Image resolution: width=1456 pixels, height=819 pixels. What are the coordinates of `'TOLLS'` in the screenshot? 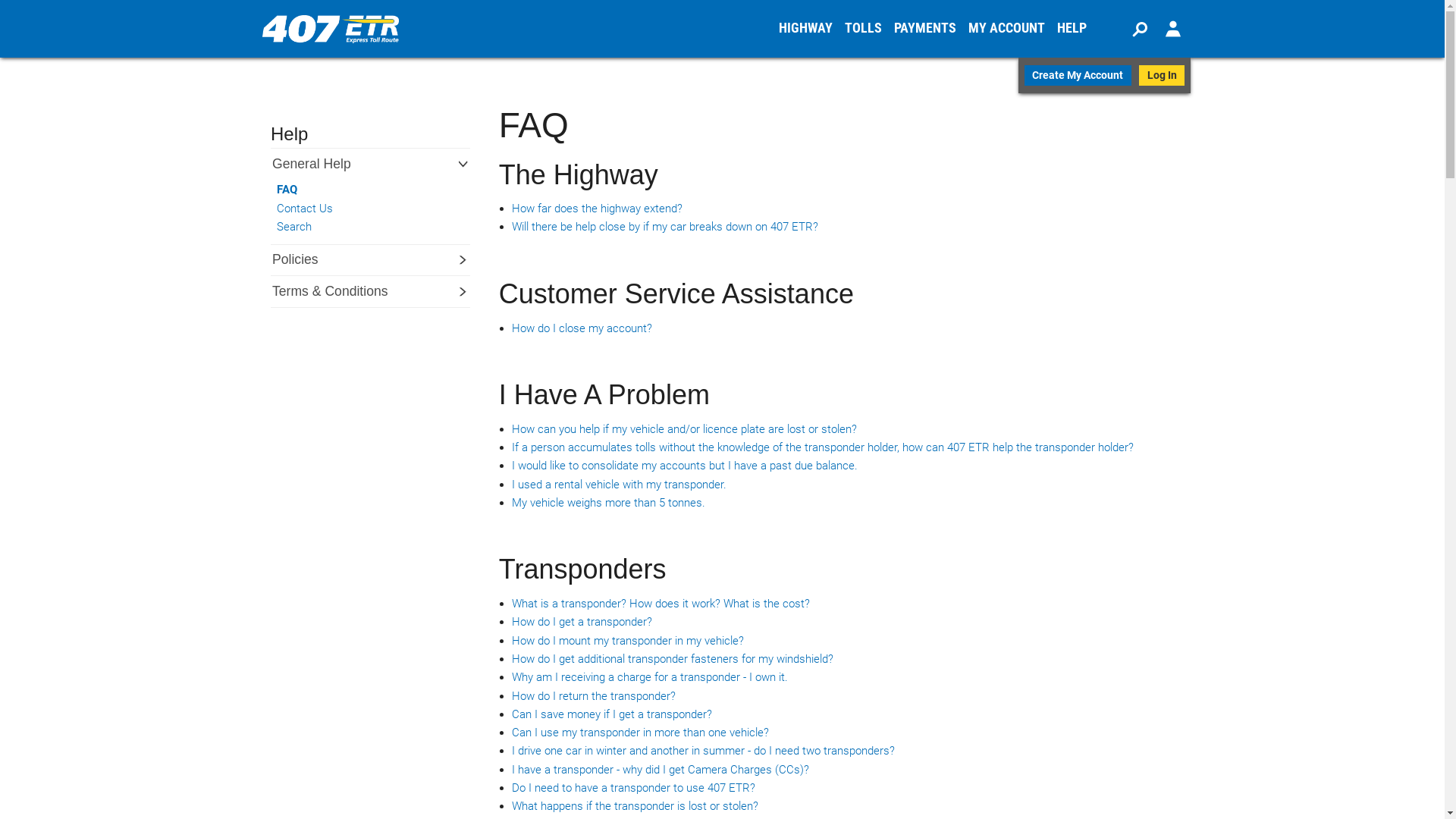 It's located at (863, 29).